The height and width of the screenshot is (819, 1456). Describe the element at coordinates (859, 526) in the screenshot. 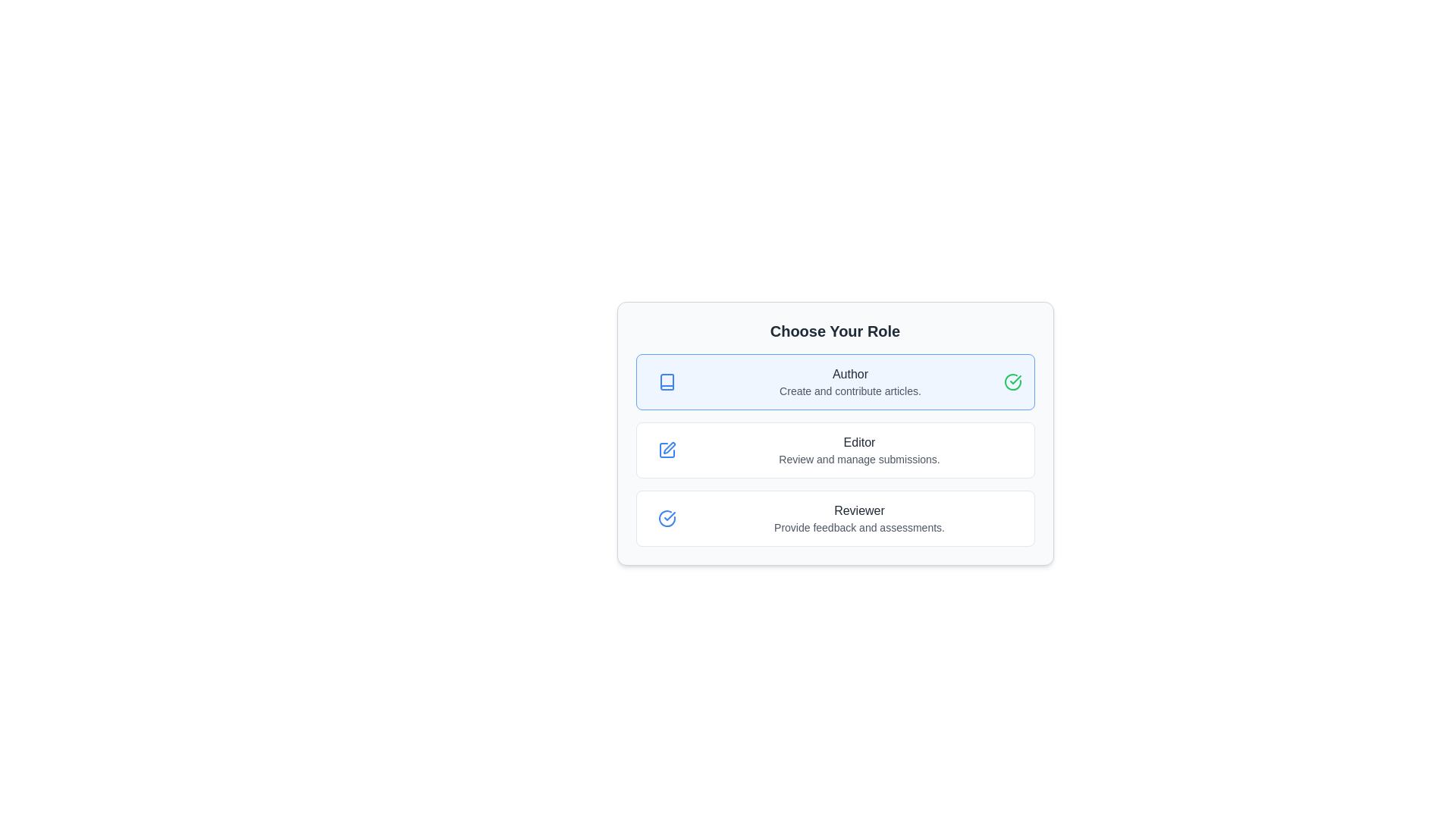

I see `text label that says 'Provide feedback and assessments.' located below the bold title 'Reviewer' in the 'Choose Your Role' interface` at that location.